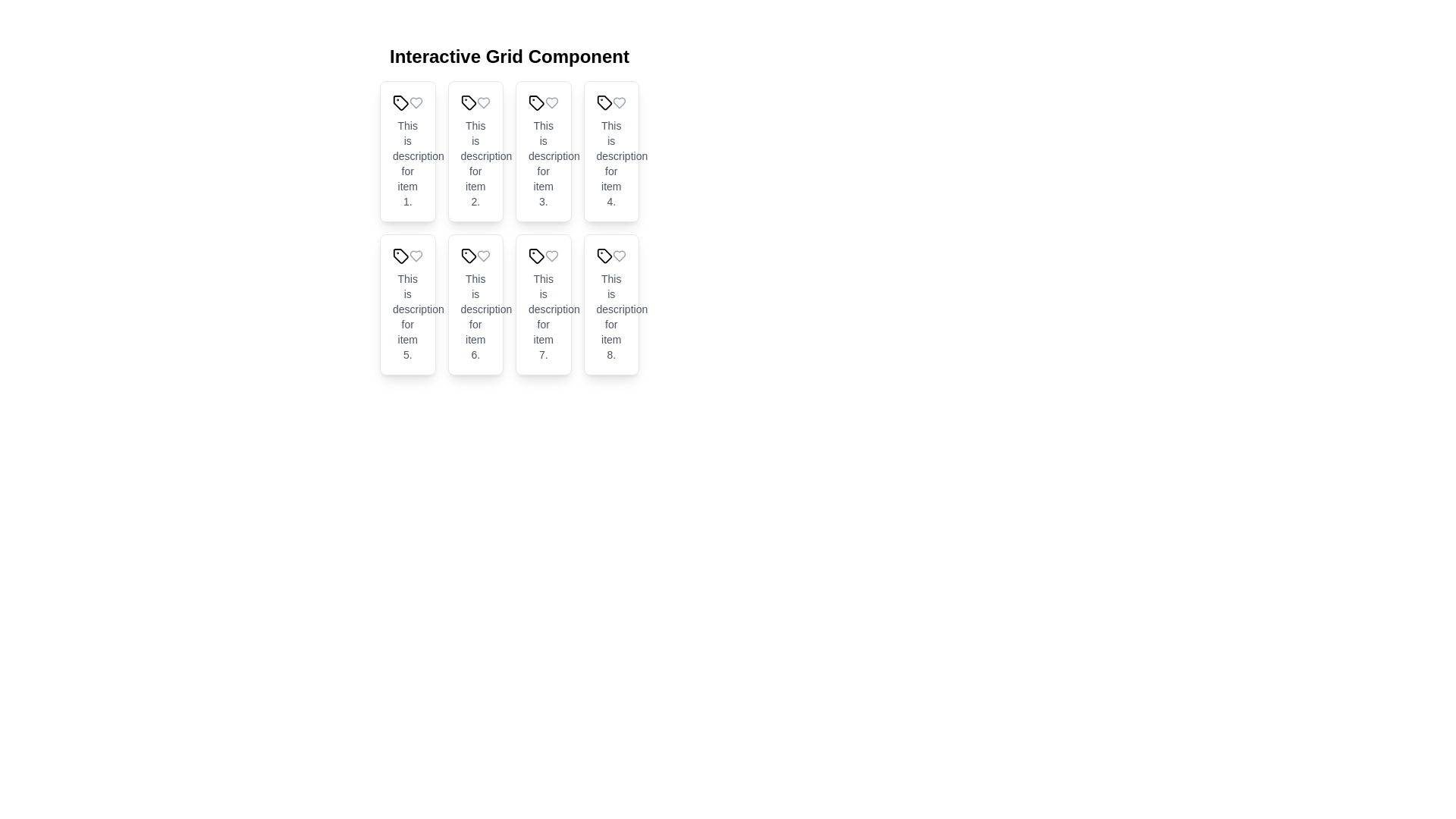 The width and height of the screenshot is (1456, 819). Describe the element at coordinates (416, 102) in the screenshot. I see `the heart-shaped icon with a hollow design, located beside the tag icon in the top-right section of 'Tile 1'` at that location.